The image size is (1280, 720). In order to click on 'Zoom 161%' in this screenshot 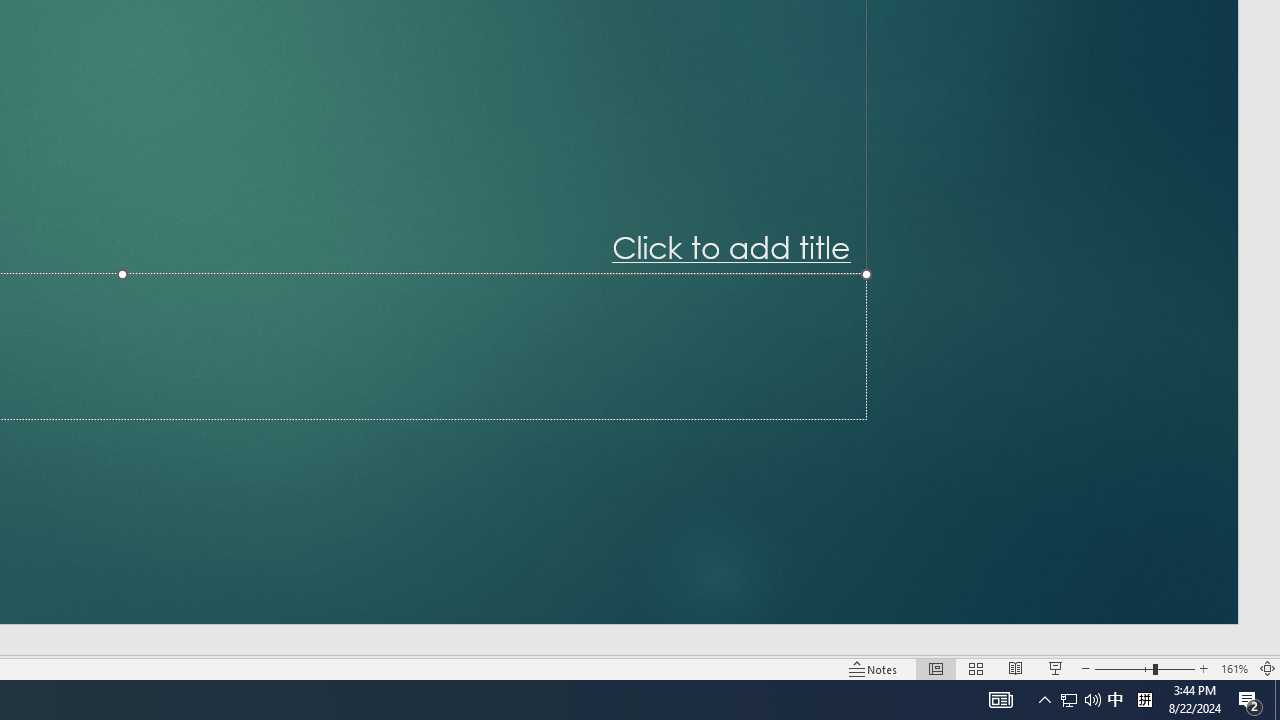, I will do `click(1233, 669)`.